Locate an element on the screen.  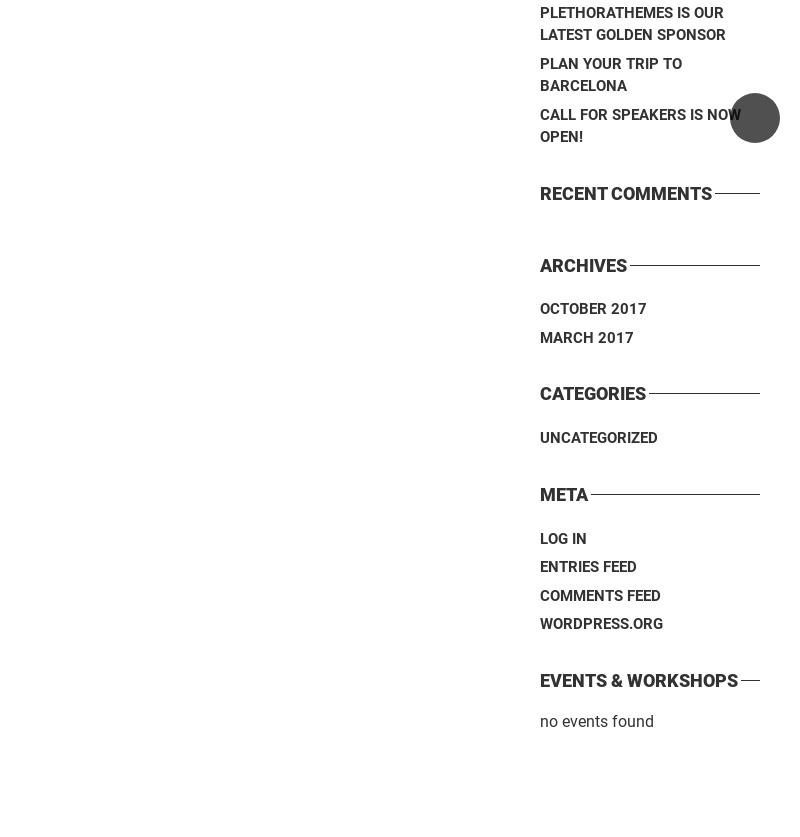
'October 2017' is located at coordinates (592, 309).